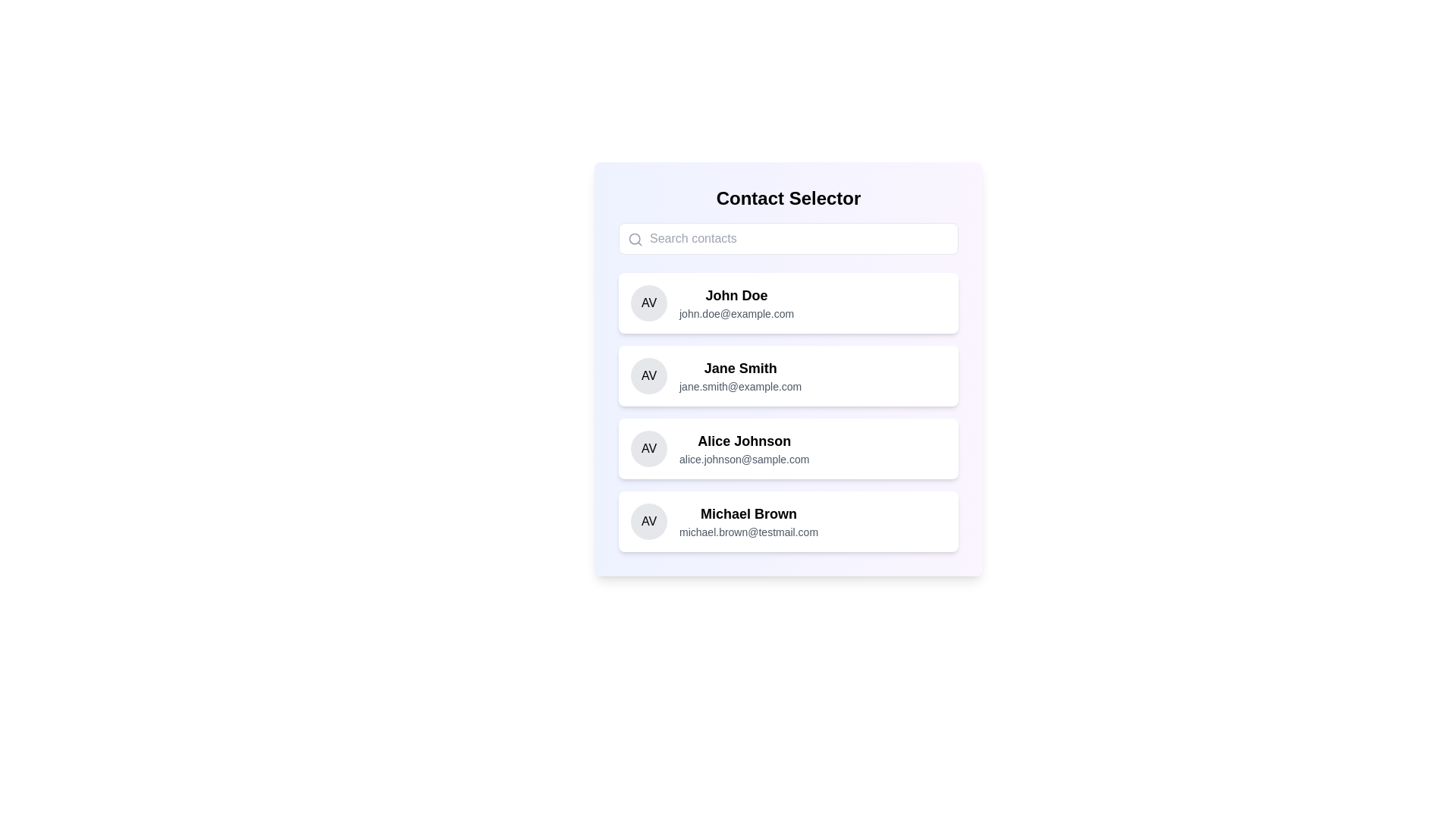  Describe the element at coordinates (736, 303) in the screenshot. I see `the Text block containing the name 'John Doe' and email 'john.doe@example.com', which is positioned to the right of the gray circle labeled 'AV'` at that location.